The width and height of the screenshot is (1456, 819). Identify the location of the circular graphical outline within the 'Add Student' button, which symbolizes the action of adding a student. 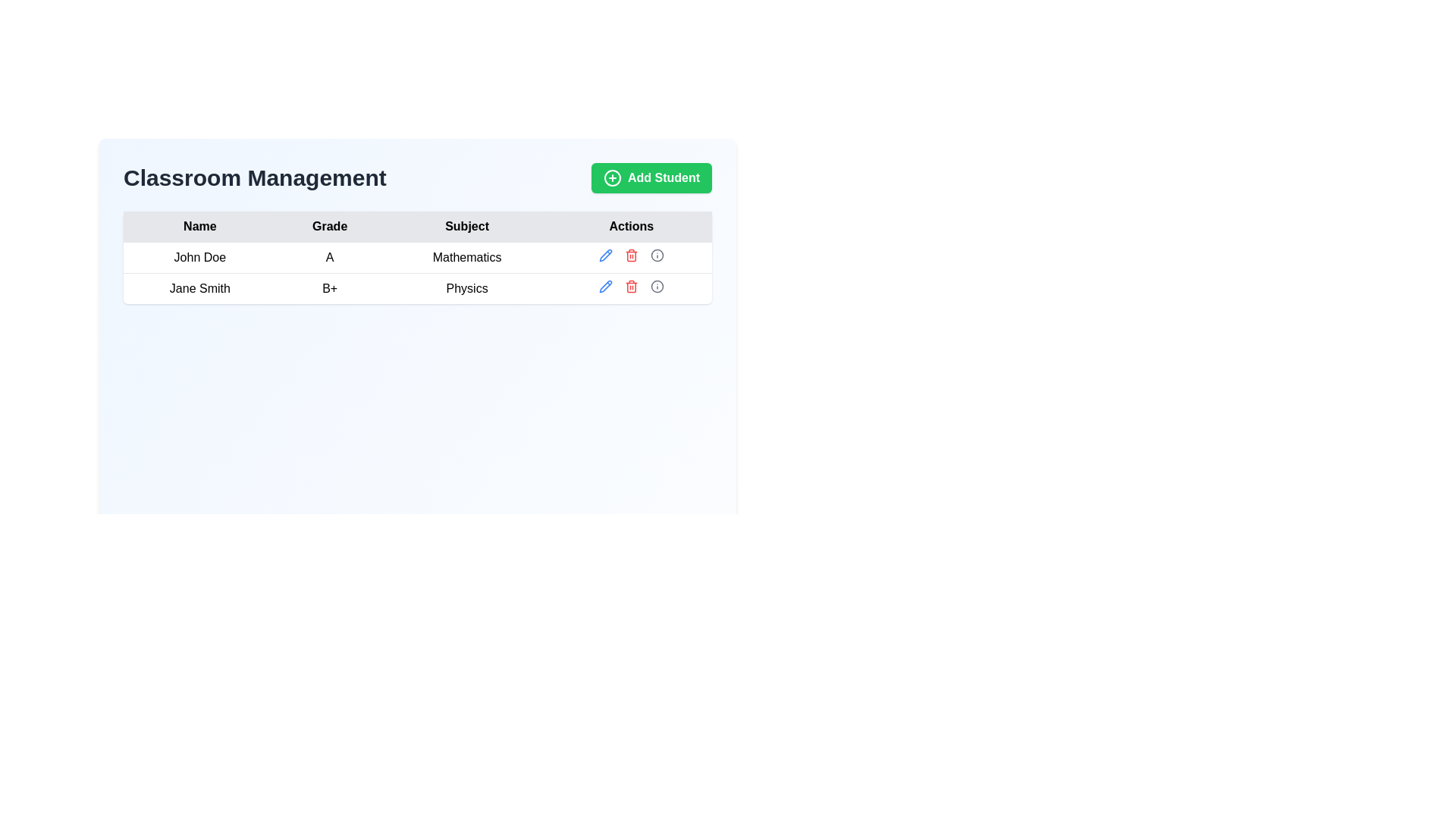
(612, 177).